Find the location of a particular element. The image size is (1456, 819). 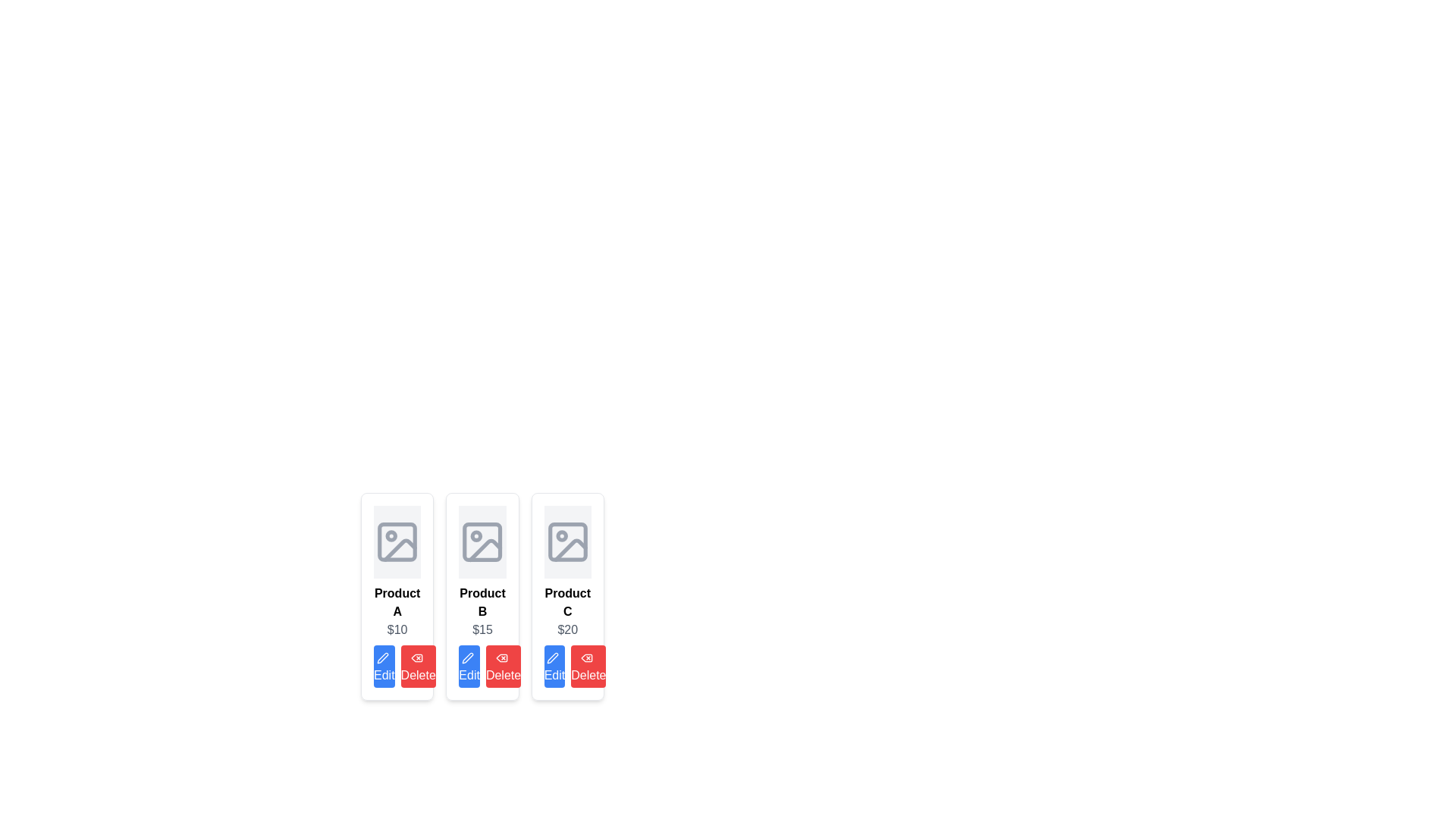

the Decorative Icon located in the upper left quadrant of the image placeholder, which indicates additional information or a status is located at coordinates (391, 535).